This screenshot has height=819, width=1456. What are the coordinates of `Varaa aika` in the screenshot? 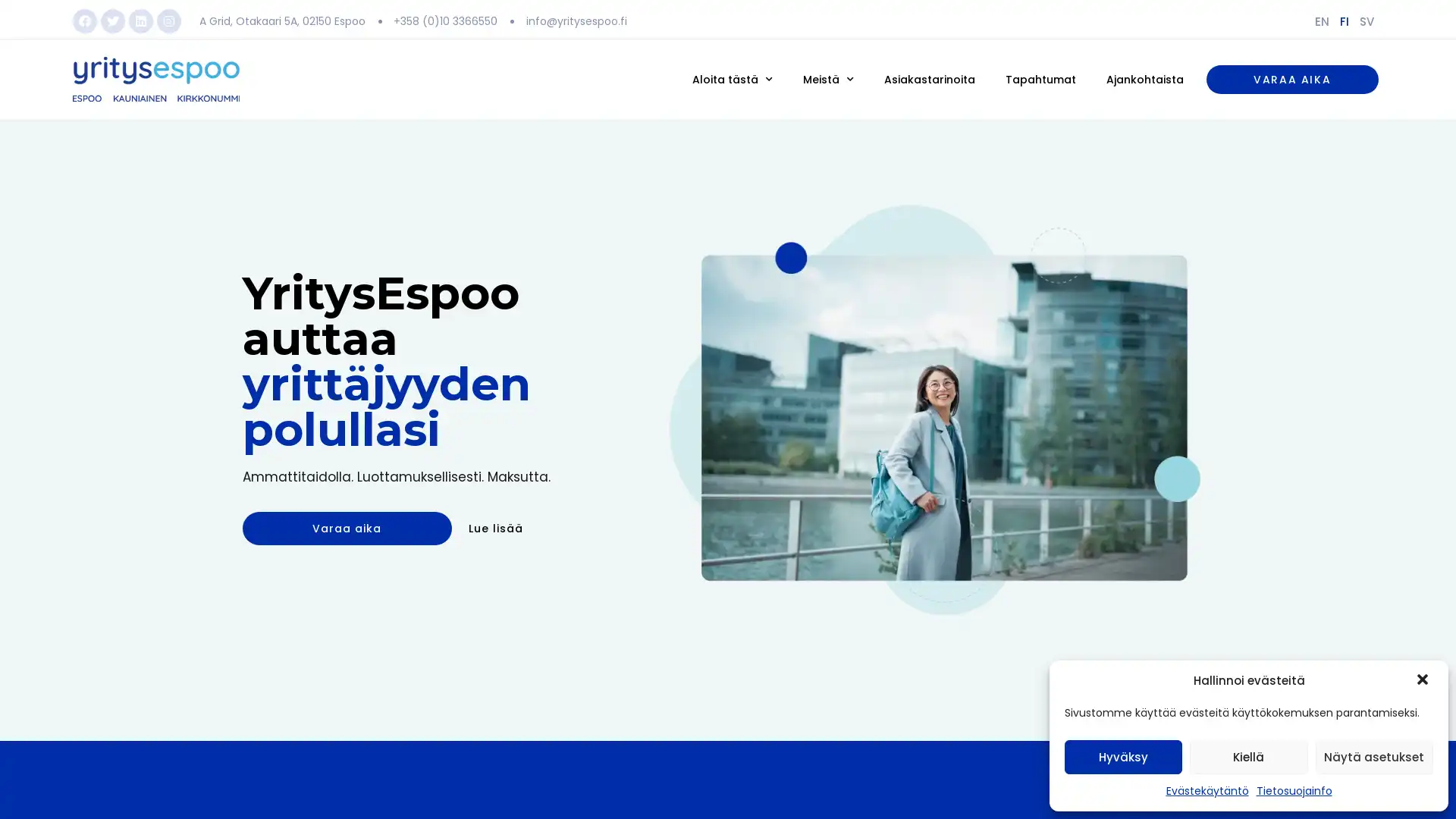 It's located at (346, 528).